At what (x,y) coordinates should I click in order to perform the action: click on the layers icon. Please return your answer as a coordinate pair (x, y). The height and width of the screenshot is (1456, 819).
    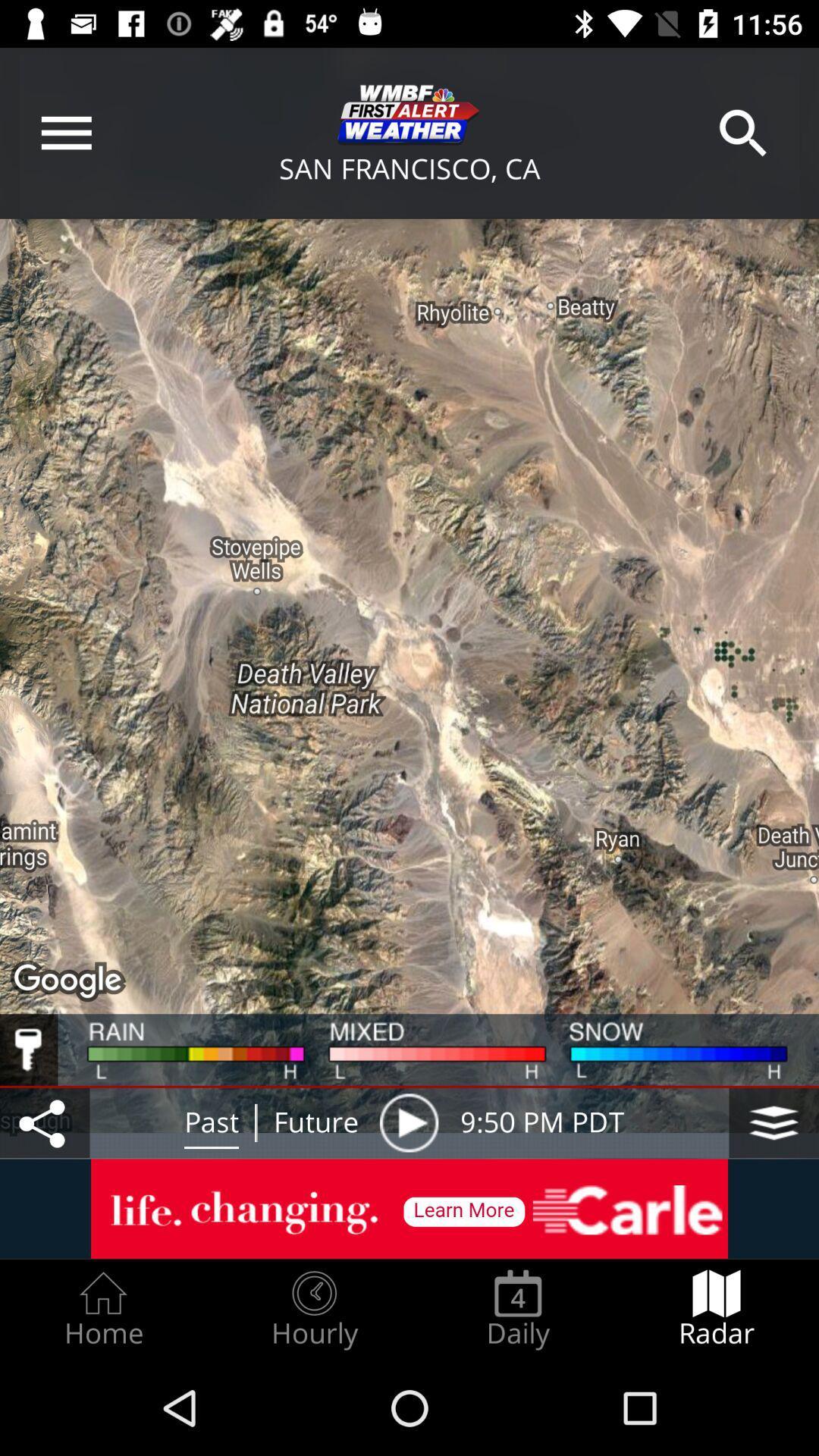
    Looking at the image, I should click on (773, 1122).